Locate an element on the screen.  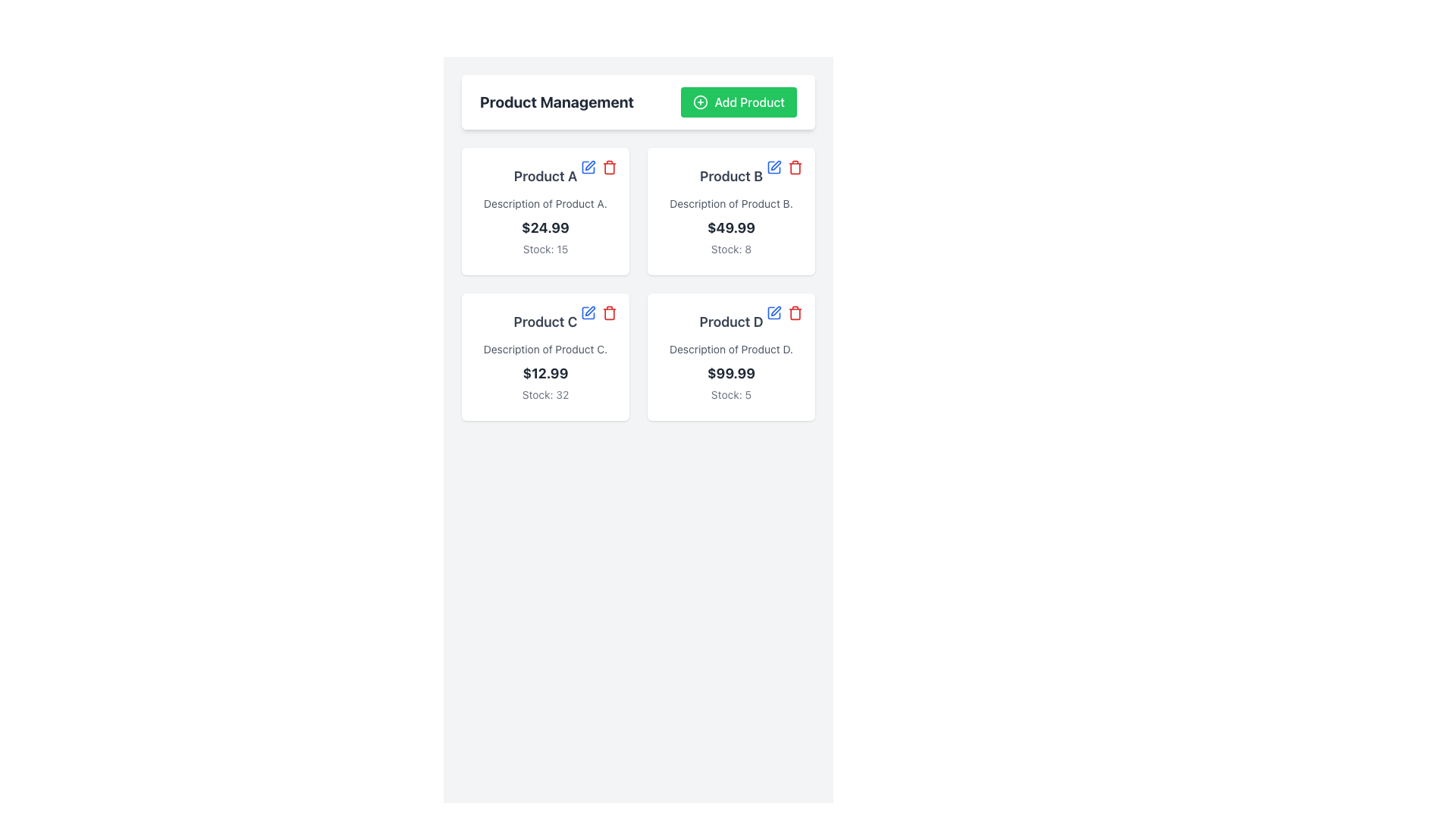
the static text label reading 'Description of Product B' to read it, which is located centrally aligned below the product title and above the price information is located at coordinates (731, 203).